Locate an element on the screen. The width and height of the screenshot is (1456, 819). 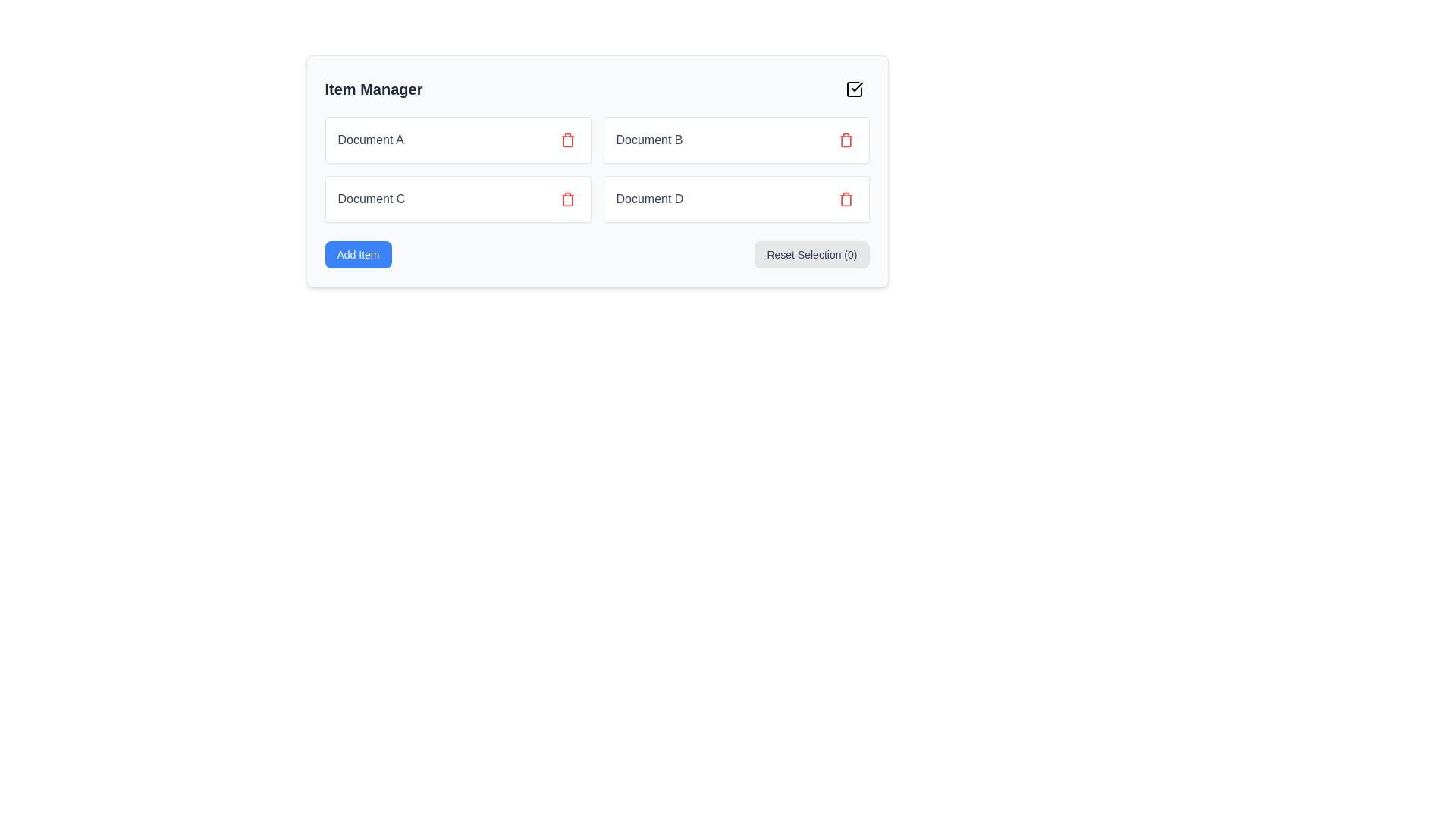
the 'Delete' button located in the top-right corner of the 'Document D' item in the 'Item Manager' interface is located at coordinates (845, 198).